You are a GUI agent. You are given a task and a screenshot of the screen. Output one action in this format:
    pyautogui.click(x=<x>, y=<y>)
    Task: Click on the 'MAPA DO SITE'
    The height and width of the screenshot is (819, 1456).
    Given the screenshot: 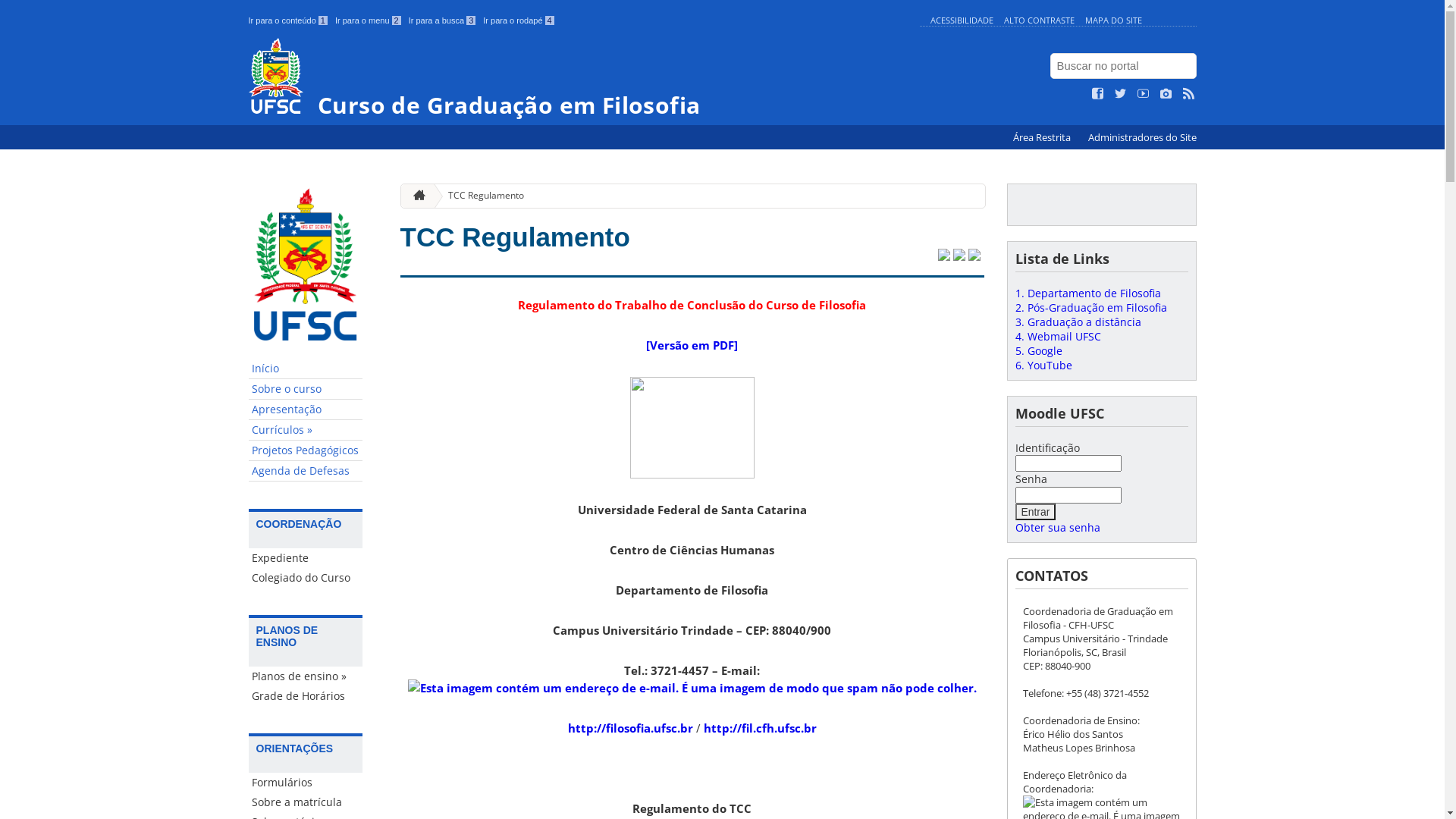 What is the action you would take?
    pyautogui.click(x=1112, y=20)
    